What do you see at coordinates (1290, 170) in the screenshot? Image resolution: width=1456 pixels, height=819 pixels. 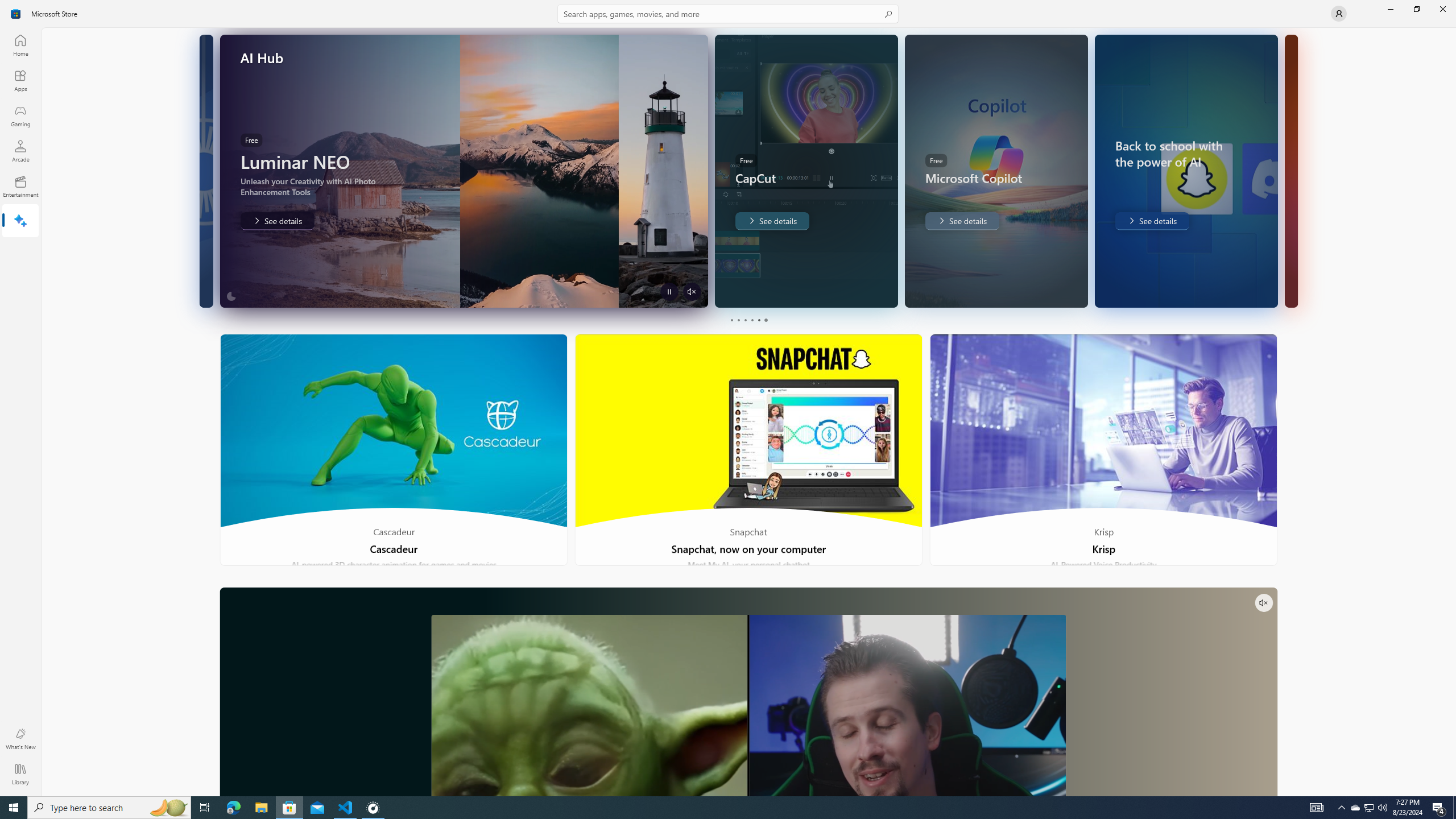 I see `'AutomationID: Image'` at bounding box center [1290, 170].